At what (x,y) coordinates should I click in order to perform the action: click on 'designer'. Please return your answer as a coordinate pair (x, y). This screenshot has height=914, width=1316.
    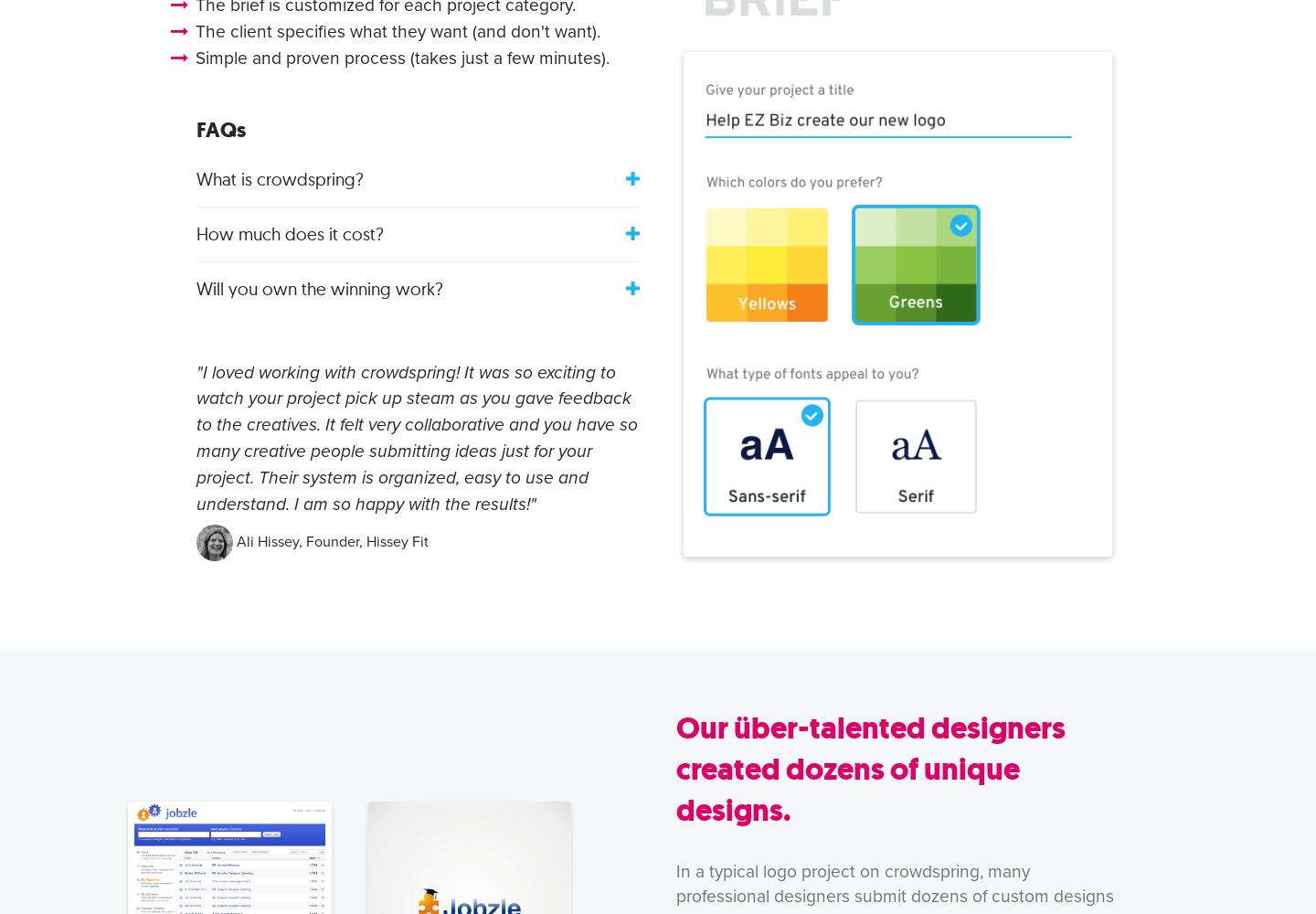
    Looking at the image, I should click on (773, 895).